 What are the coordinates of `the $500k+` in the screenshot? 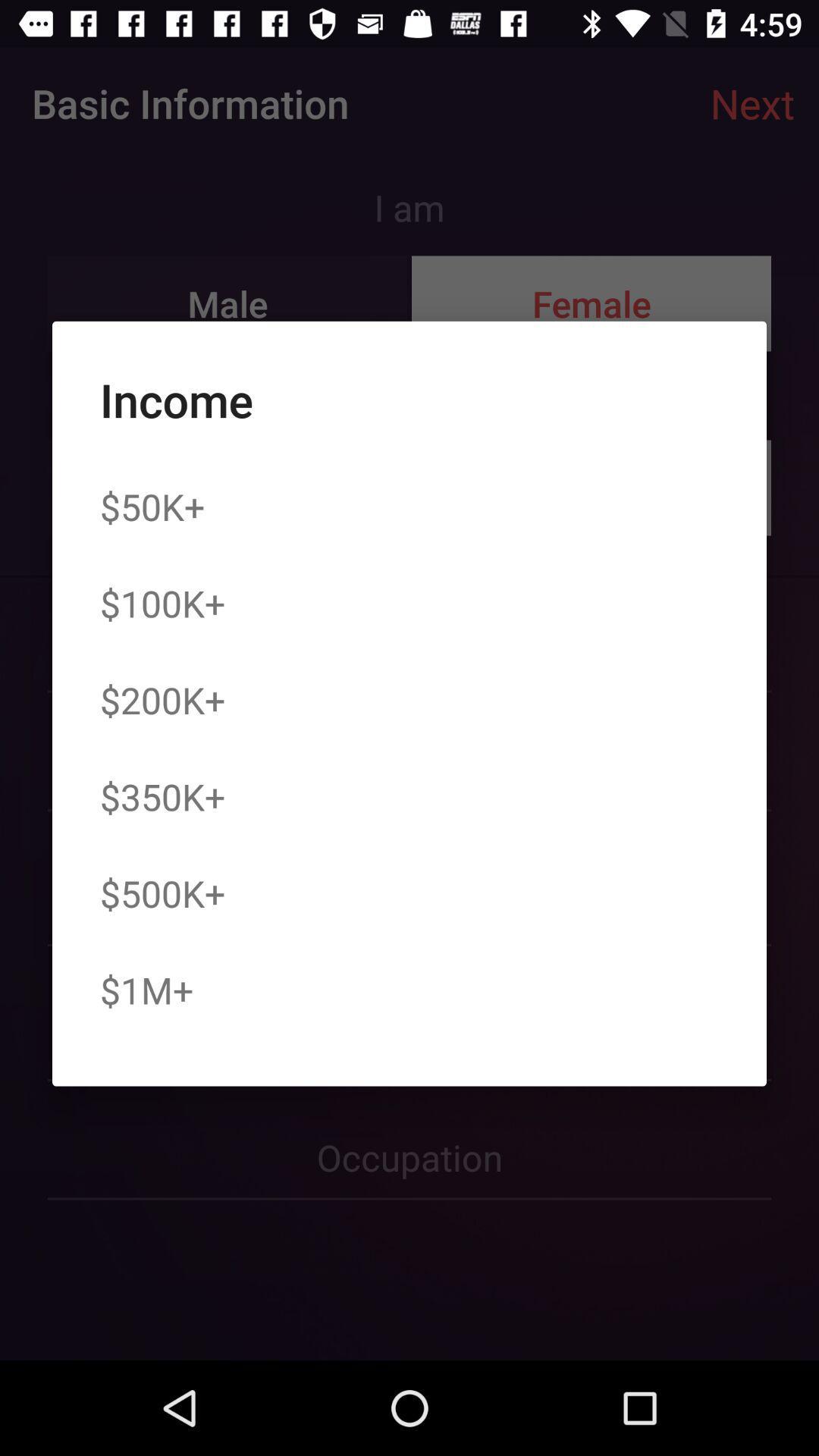 It's located at (162, 893).